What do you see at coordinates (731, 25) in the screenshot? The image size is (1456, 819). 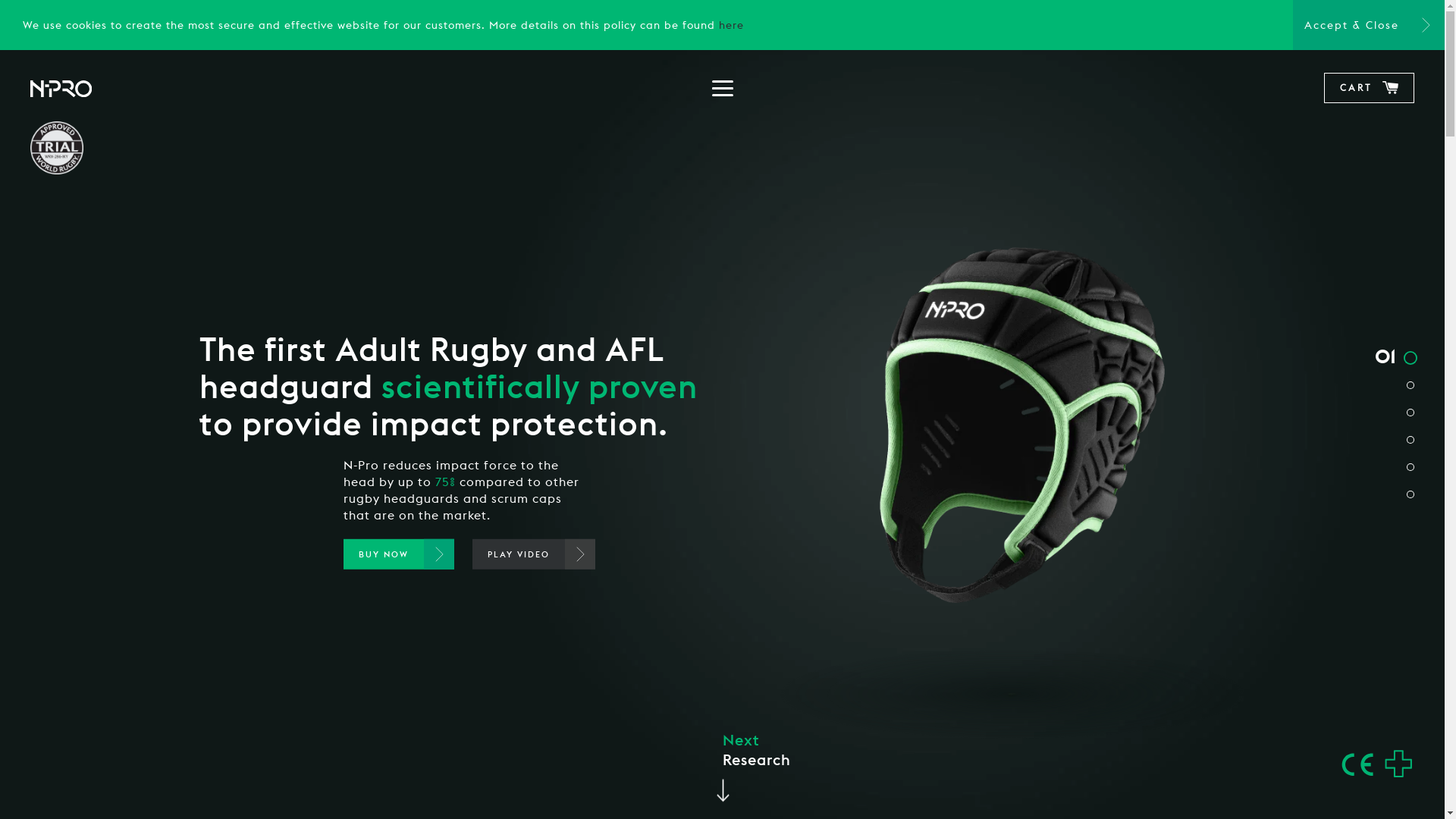 I see `'here'` at bounding box center [731, 25].